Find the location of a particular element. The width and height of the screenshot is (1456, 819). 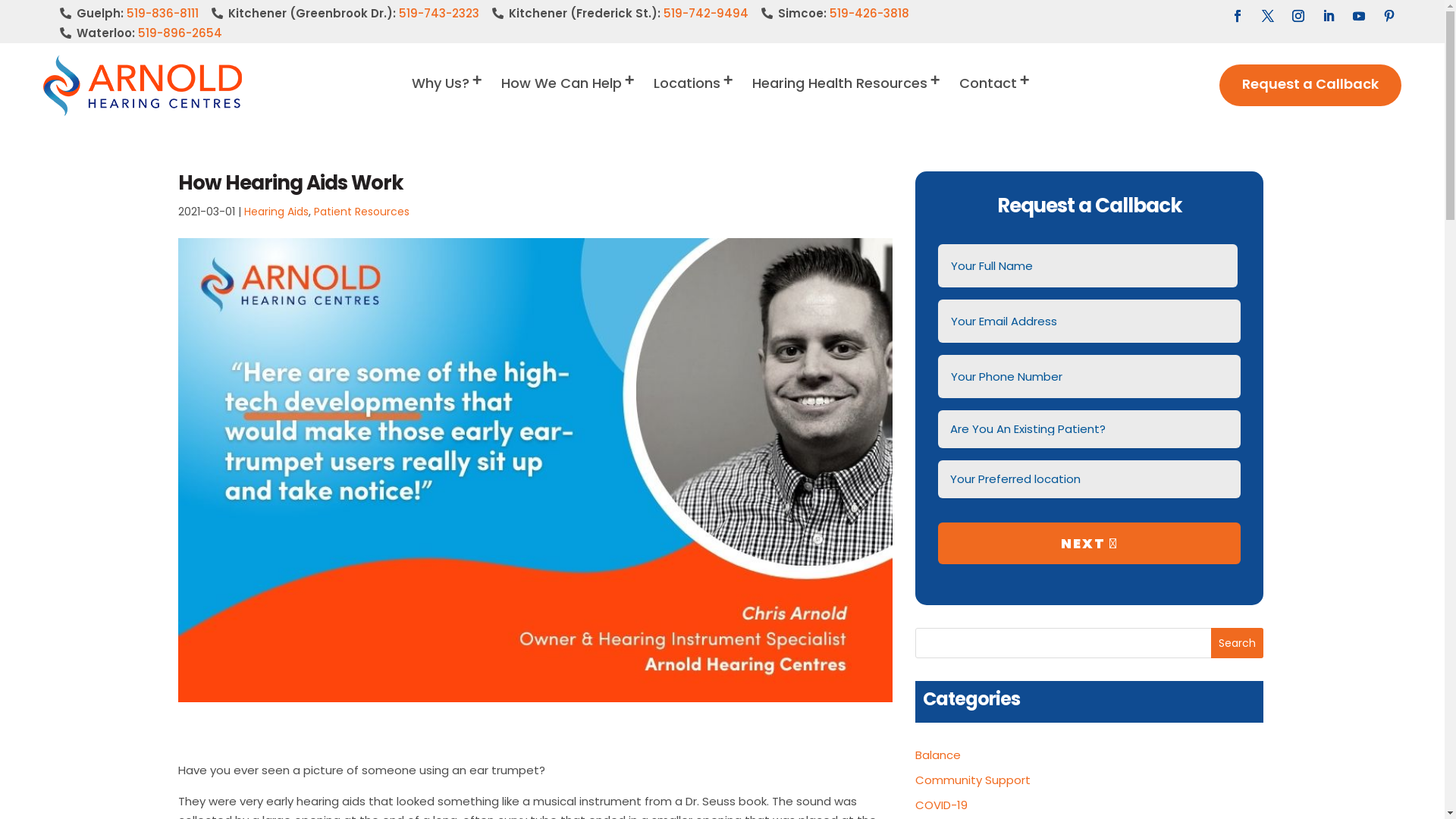

'519-426-3818' is located at coordinates (869, 13).